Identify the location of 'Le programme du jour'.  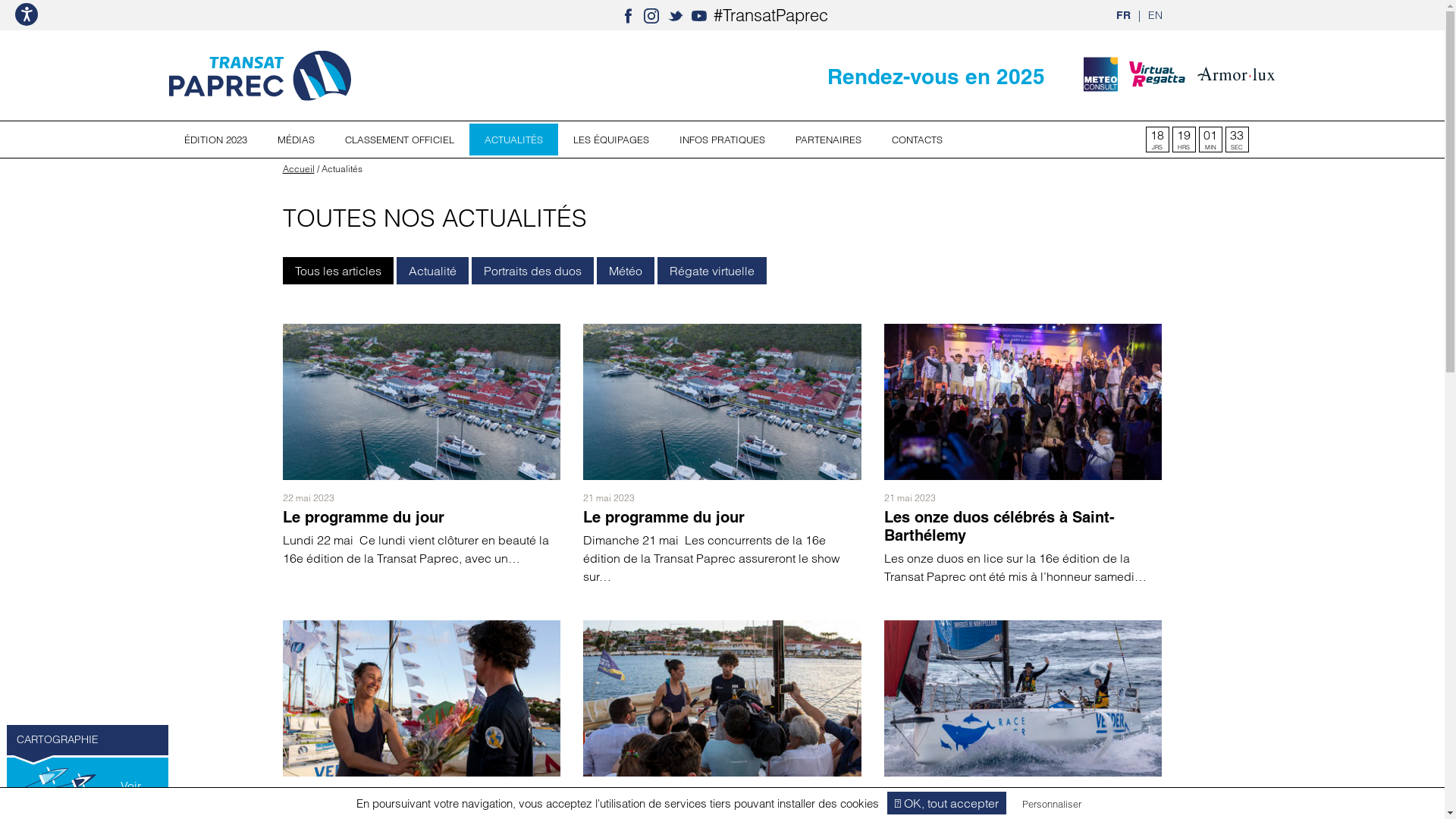
(664, 516).